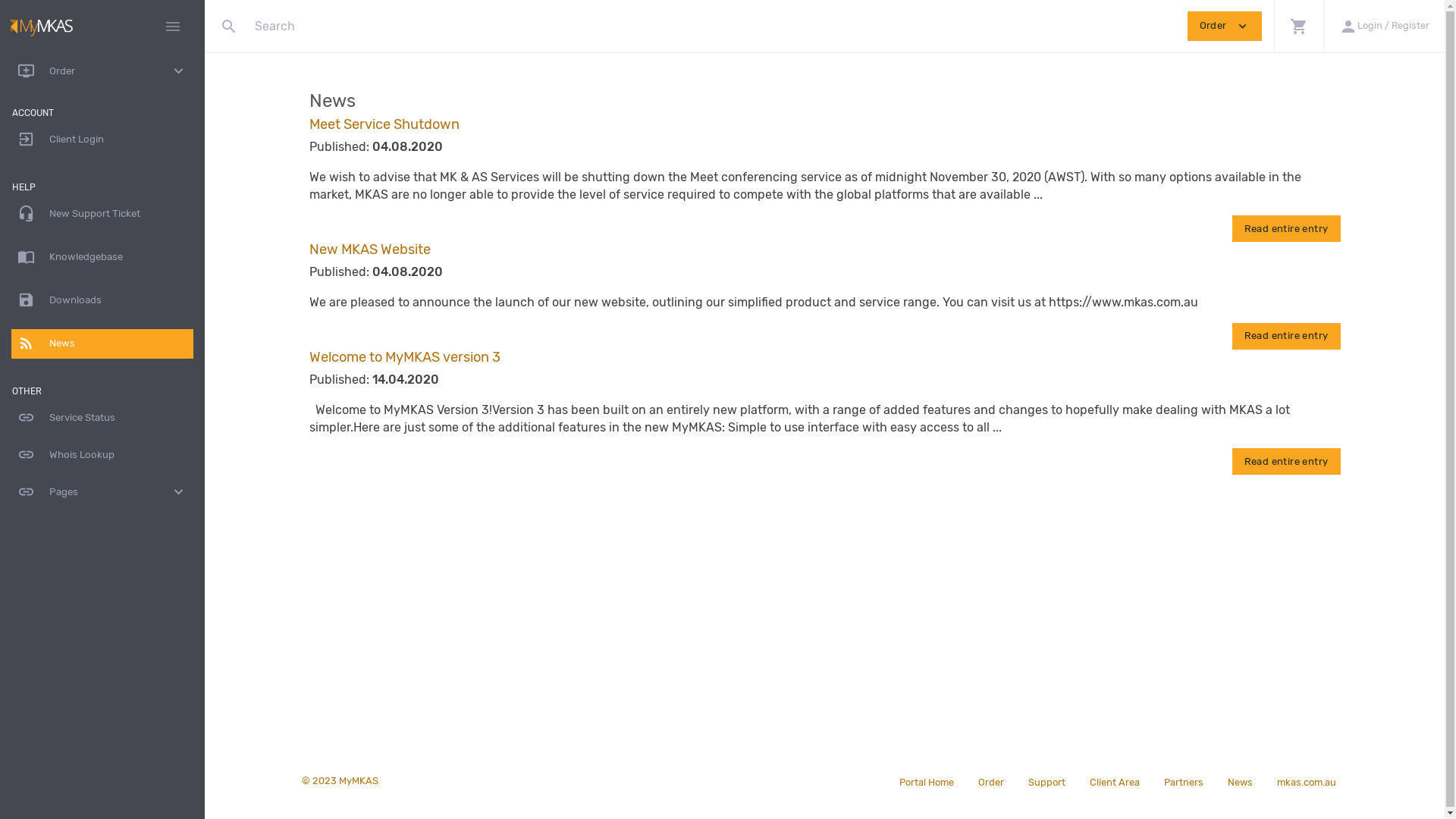 This screenshot has width=1456, height=819. I want to click on 'Support', so click(1046, 781).